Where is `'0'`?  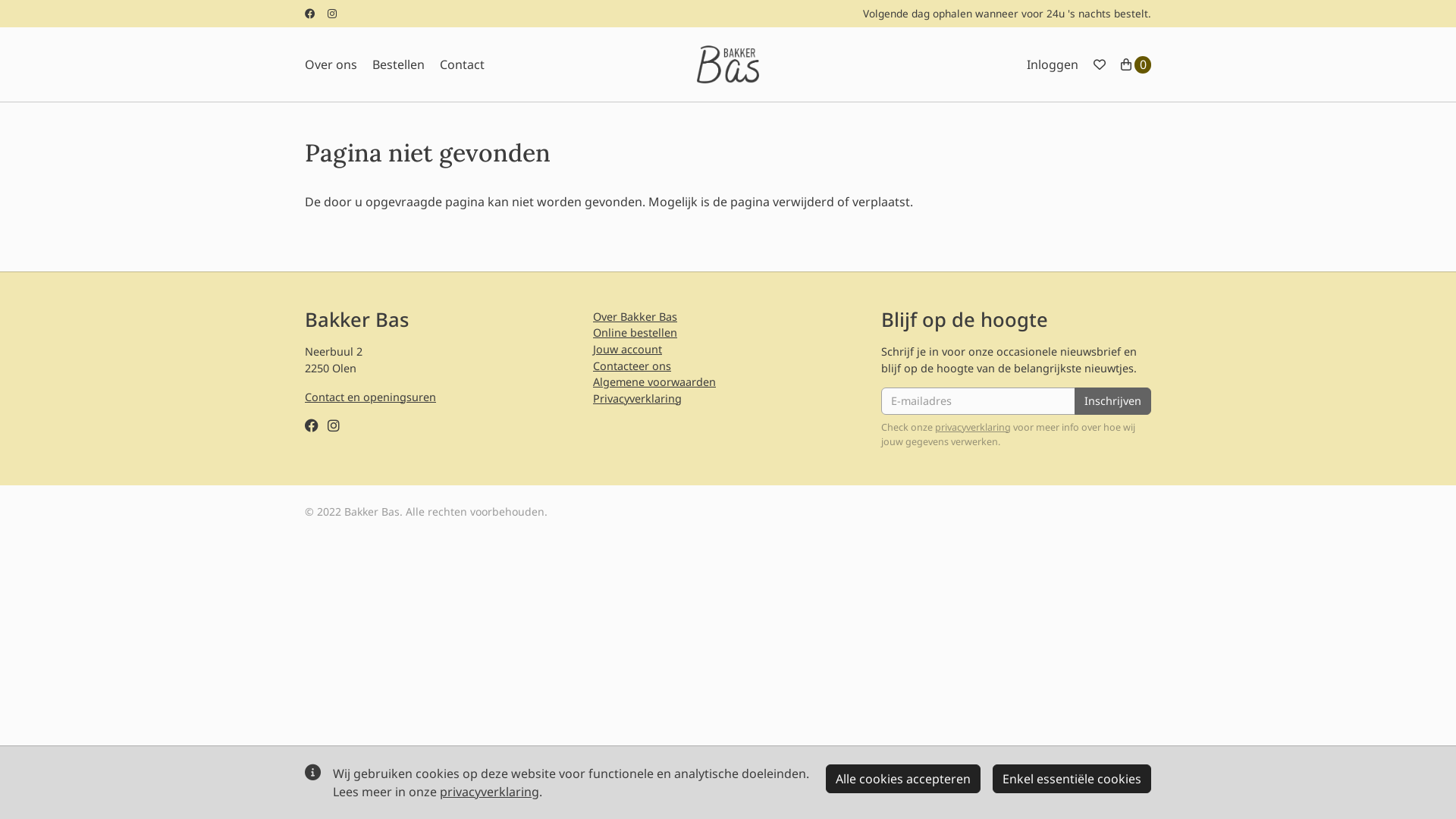 '0' is located at coordinates (1121, 63).